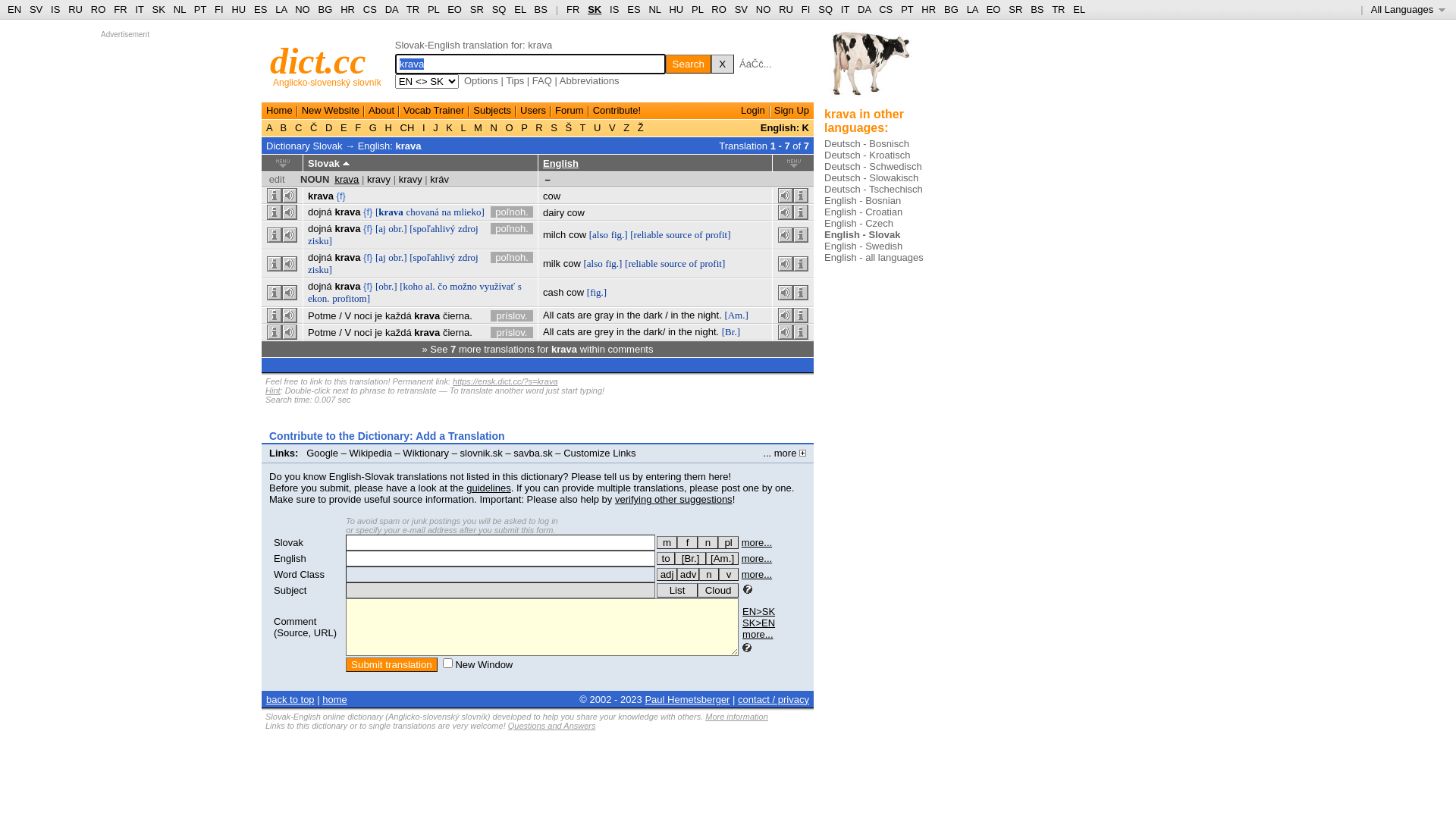 This screenshot has height=819, width=1456. What do you see at coordinates (273, 390) in the screenshot?
I see `'Hint'` at bounding box center [273, 390].